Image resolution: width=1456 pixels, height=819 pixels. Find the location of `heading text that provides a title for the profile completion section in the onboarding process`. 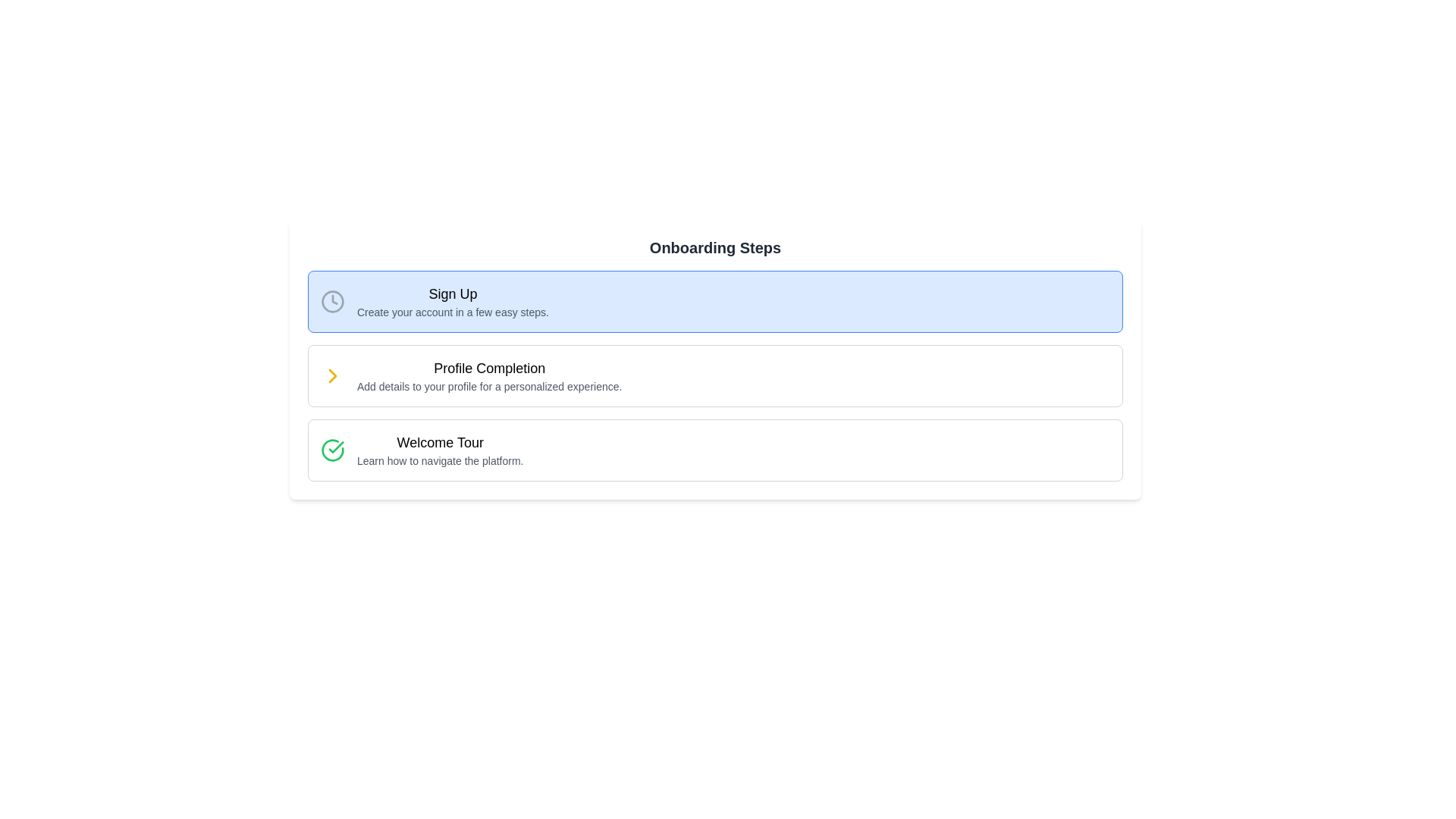

heading text that provides a title for the profile completion section in the onboarding process is located at coordinates (489, 369).